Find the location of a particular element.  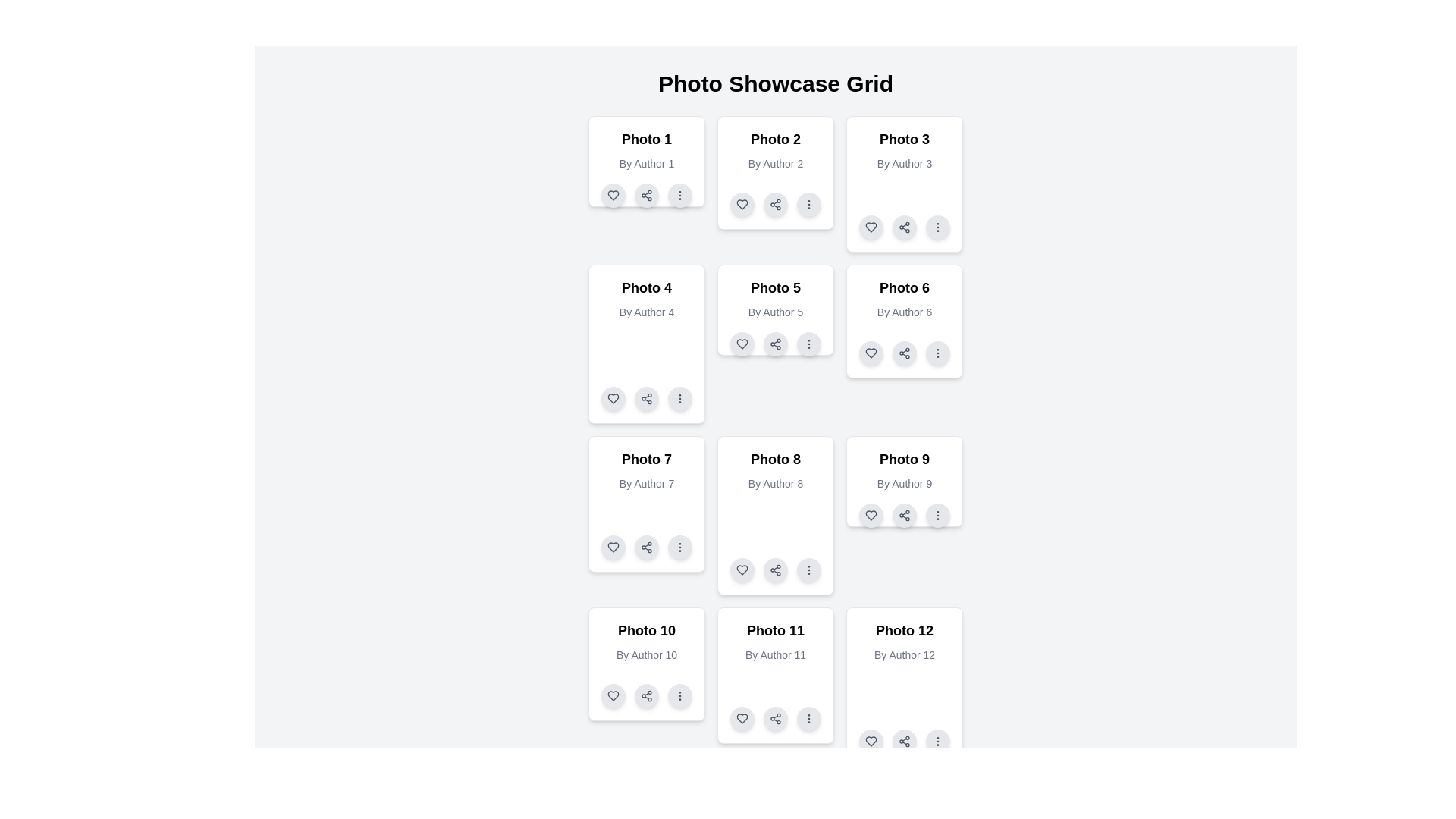

the circular button with a light gray background and a heart icon is located at coordinates (871, 741).